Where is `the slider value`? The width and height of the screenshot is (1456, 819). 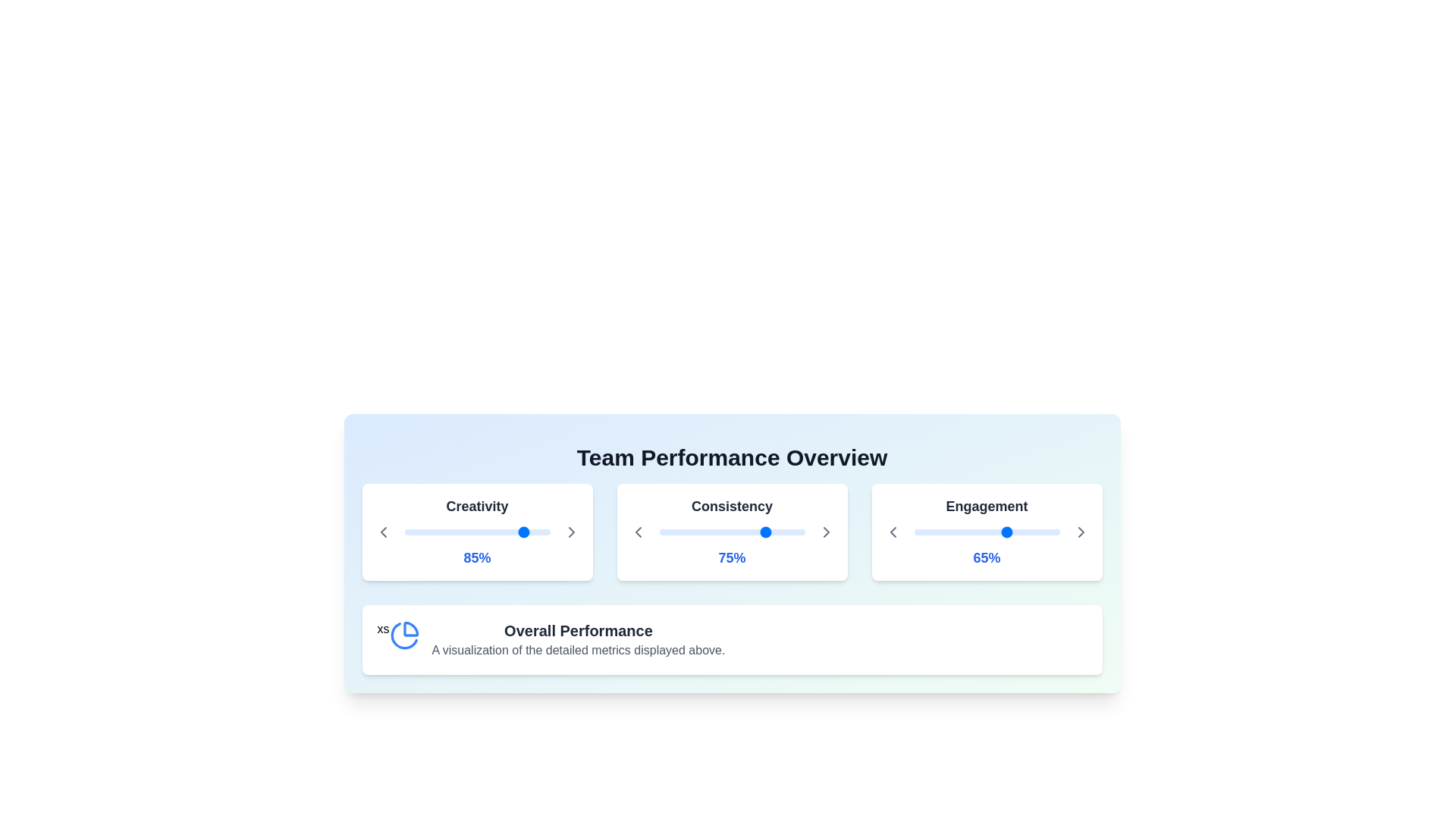 the slider value is located at coordinates (465, 532).